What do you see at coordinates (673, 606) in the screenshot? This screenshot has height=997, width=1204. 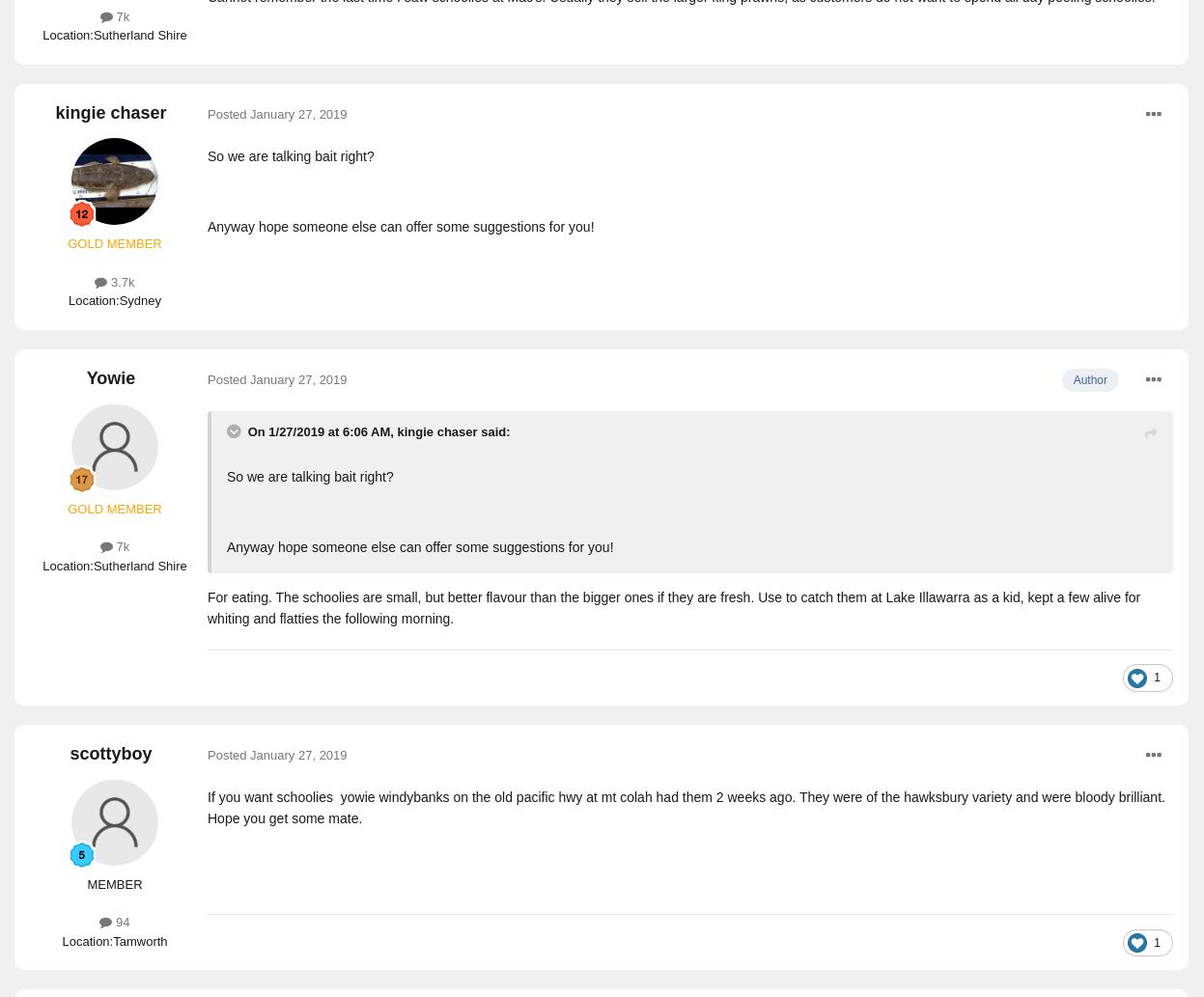 I see `'For eating. The schoolies are small, but better flavour than the bigger ones if they are fresh. Use to catch them at Lake Illawarra as a kid, kept a few alive for whiting and flatties the following morning.'` at bounding box center [673, 606].